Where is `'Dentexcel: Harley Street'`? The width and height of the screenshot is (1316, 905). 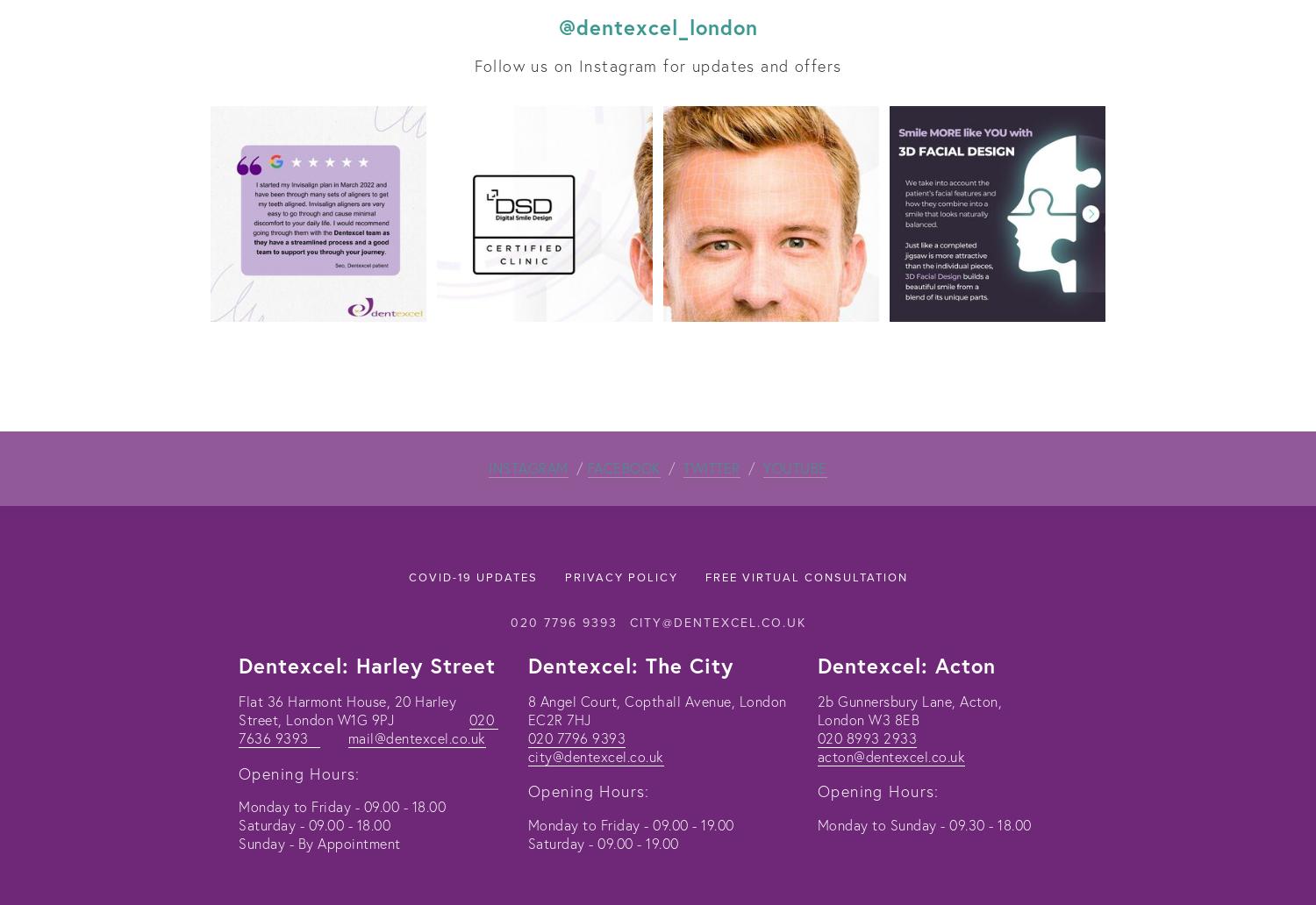 'Dentexcel: Harley Street' is located at coordinates (367, 665).